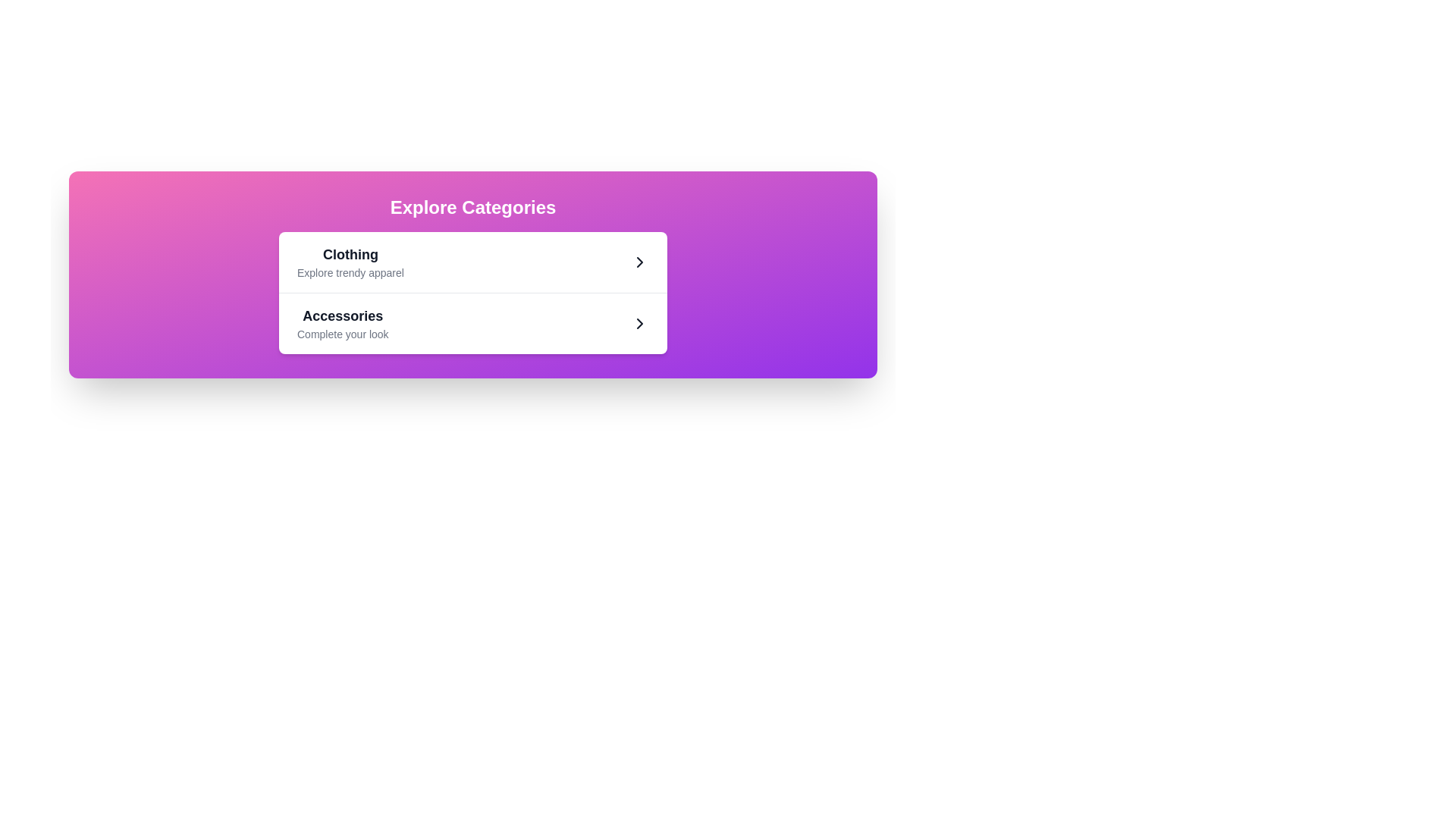 The height and width of the screenshot is (819, 1456). What do you see at coordinates (640, 323) in the screenshot?
I see `the right-facing chevron icon at the far right of the 'Accessories' list item under the 'Explore Categories' heading` at bounding box center [640, 323].